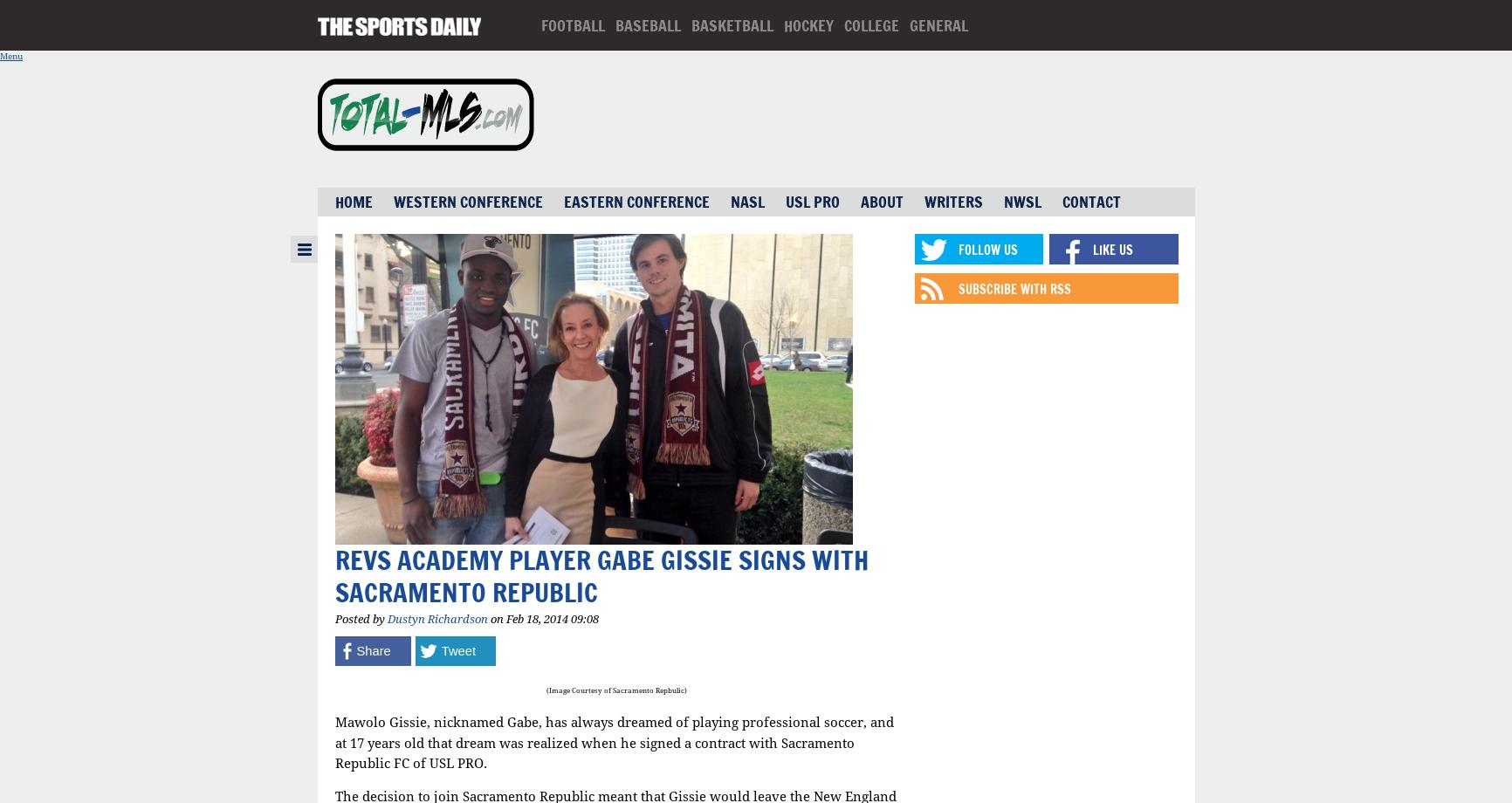 Image resolution: width=1512 pixels, height=803 pixels. Describe the element at coordinates (881, 202) in the screenshot. I see `'About'` at that location.